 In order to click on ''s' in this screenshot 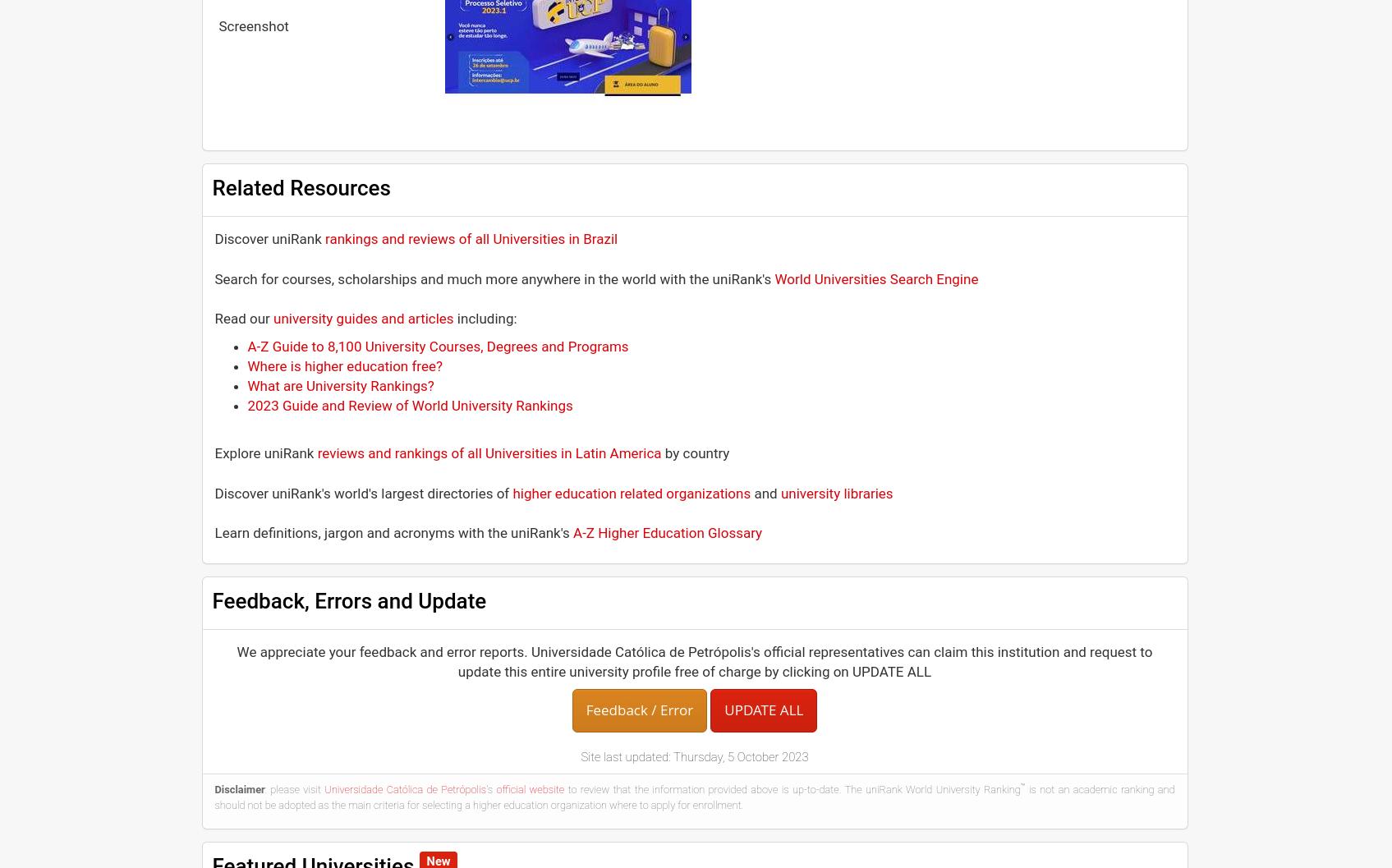, I will do `click(489, 789)`.